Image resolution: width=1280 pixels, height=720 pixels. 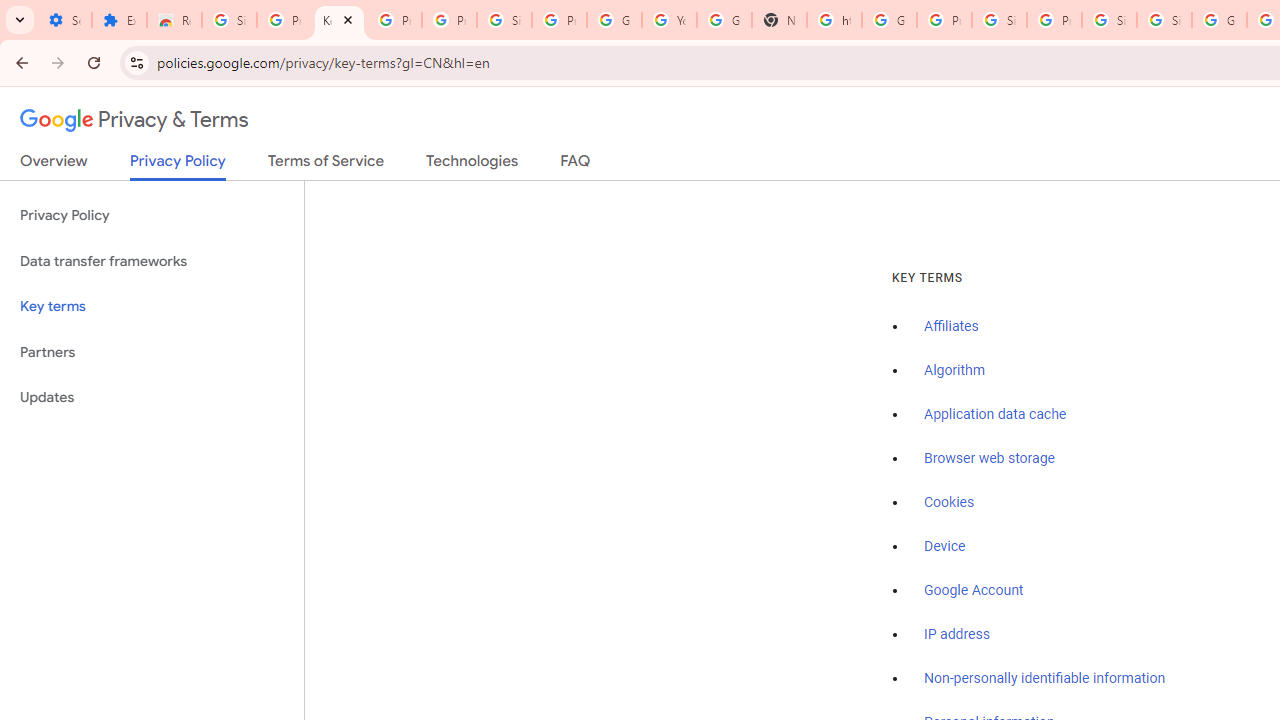 What do you see at coordinates (953, 371) in the screenshot?
I see `'Algorithm'` at bounding box center [953, 371].